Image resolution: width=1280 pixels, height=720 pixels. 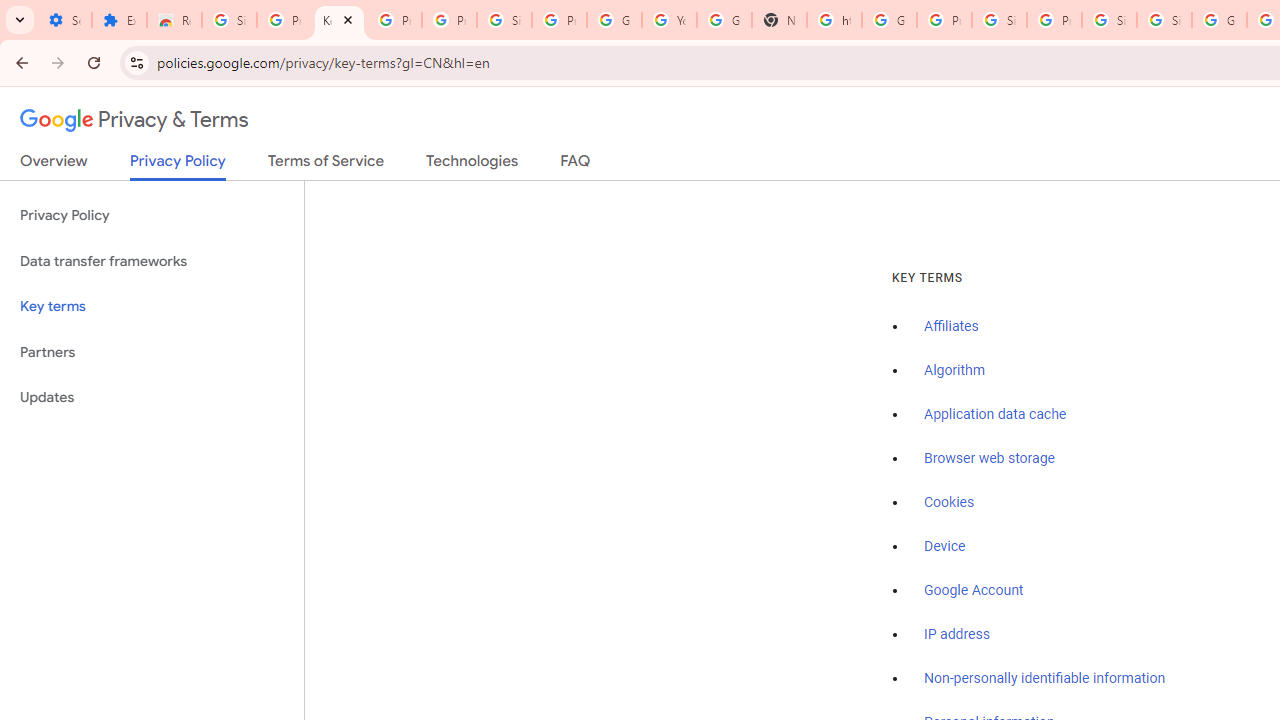 What do you see at coordinates (953, 371) in the screenshot?
I see `'Algorithm'` at bounding box center [953, 371].